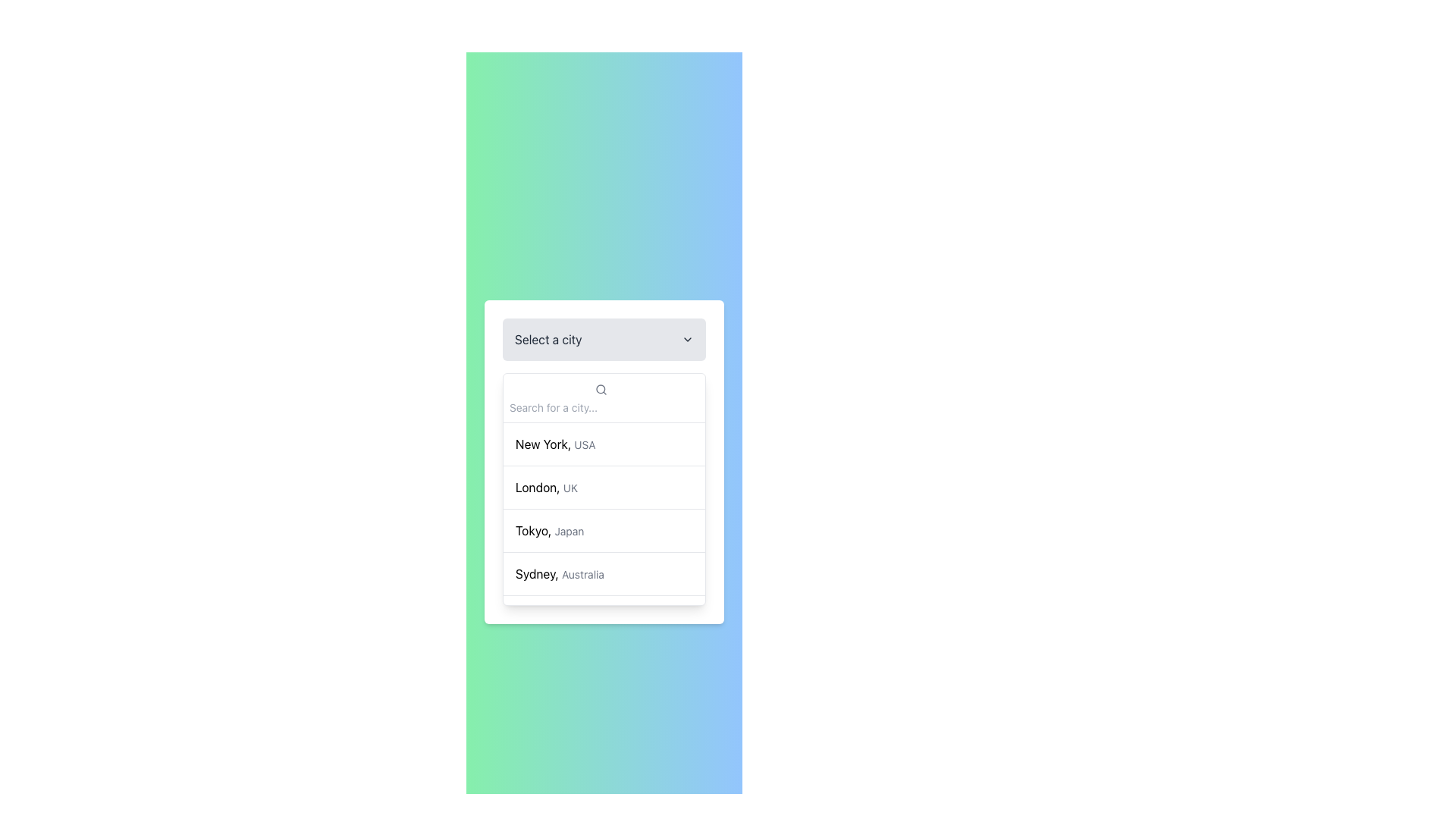  I want to click on the list item element displaying 'London, UK', so click(603, 488).